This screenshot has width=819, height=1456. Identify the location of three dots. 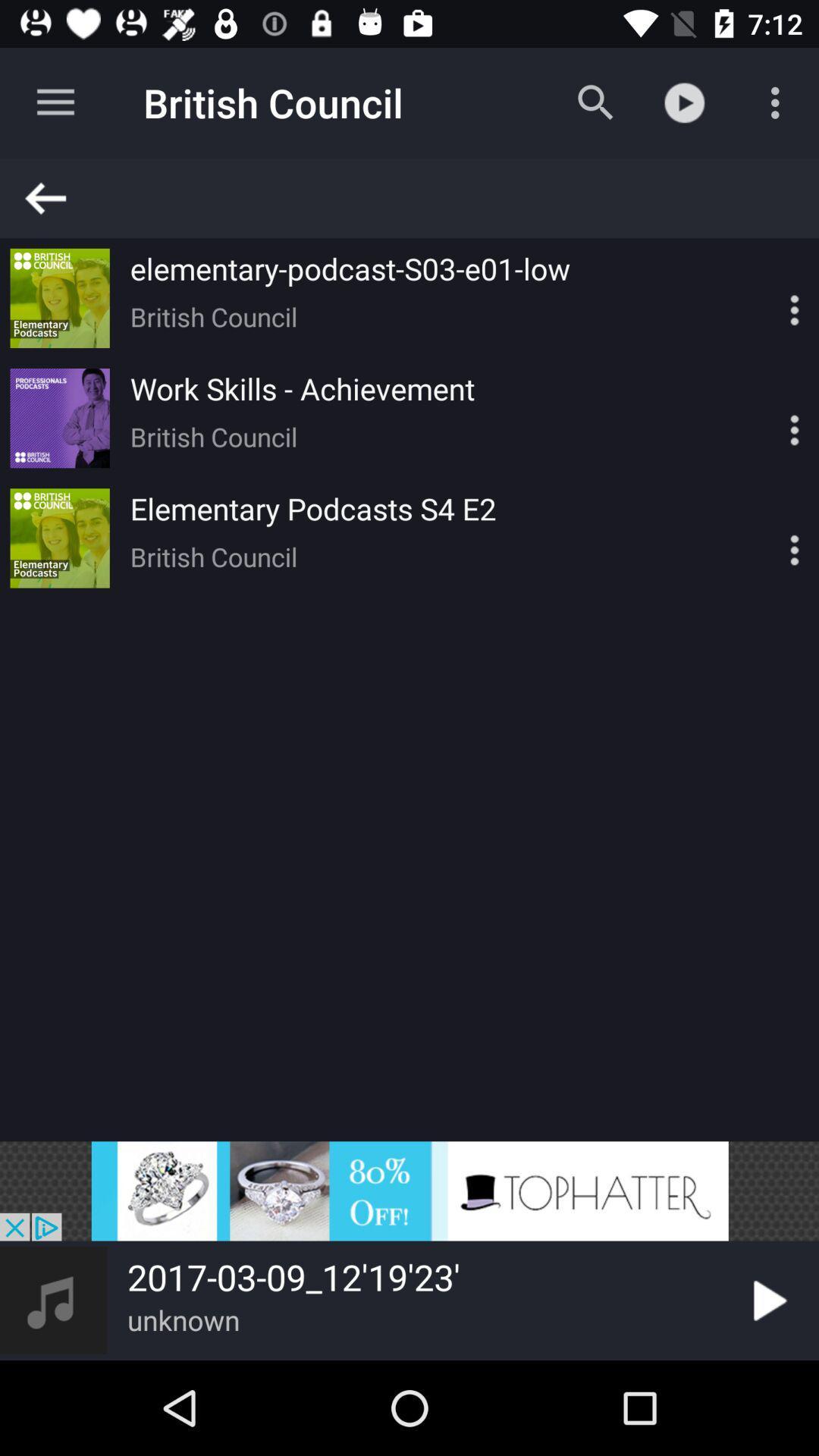
(768, 298).